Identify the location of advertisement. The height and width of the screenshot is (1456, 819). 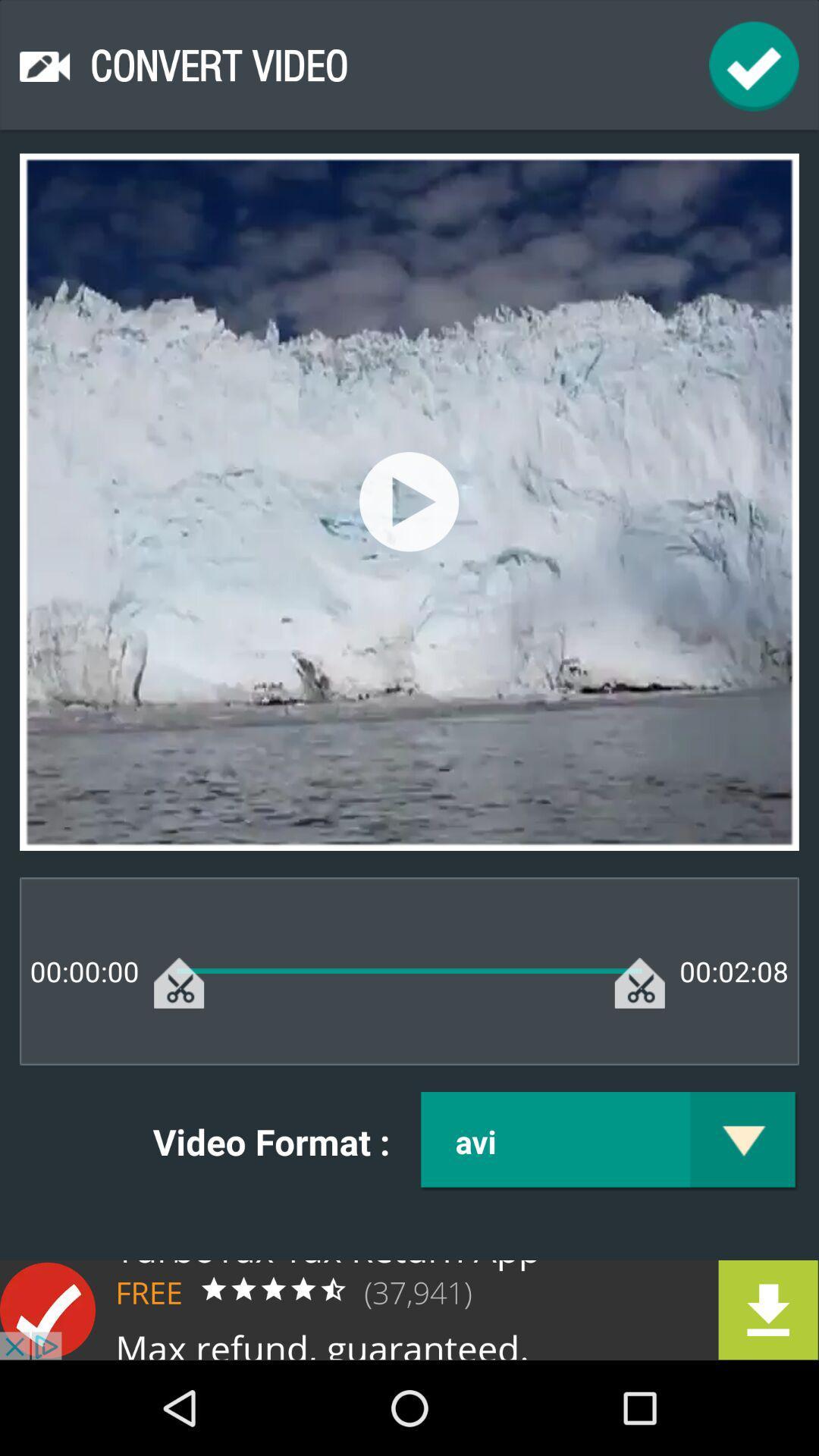
(409, 1309).